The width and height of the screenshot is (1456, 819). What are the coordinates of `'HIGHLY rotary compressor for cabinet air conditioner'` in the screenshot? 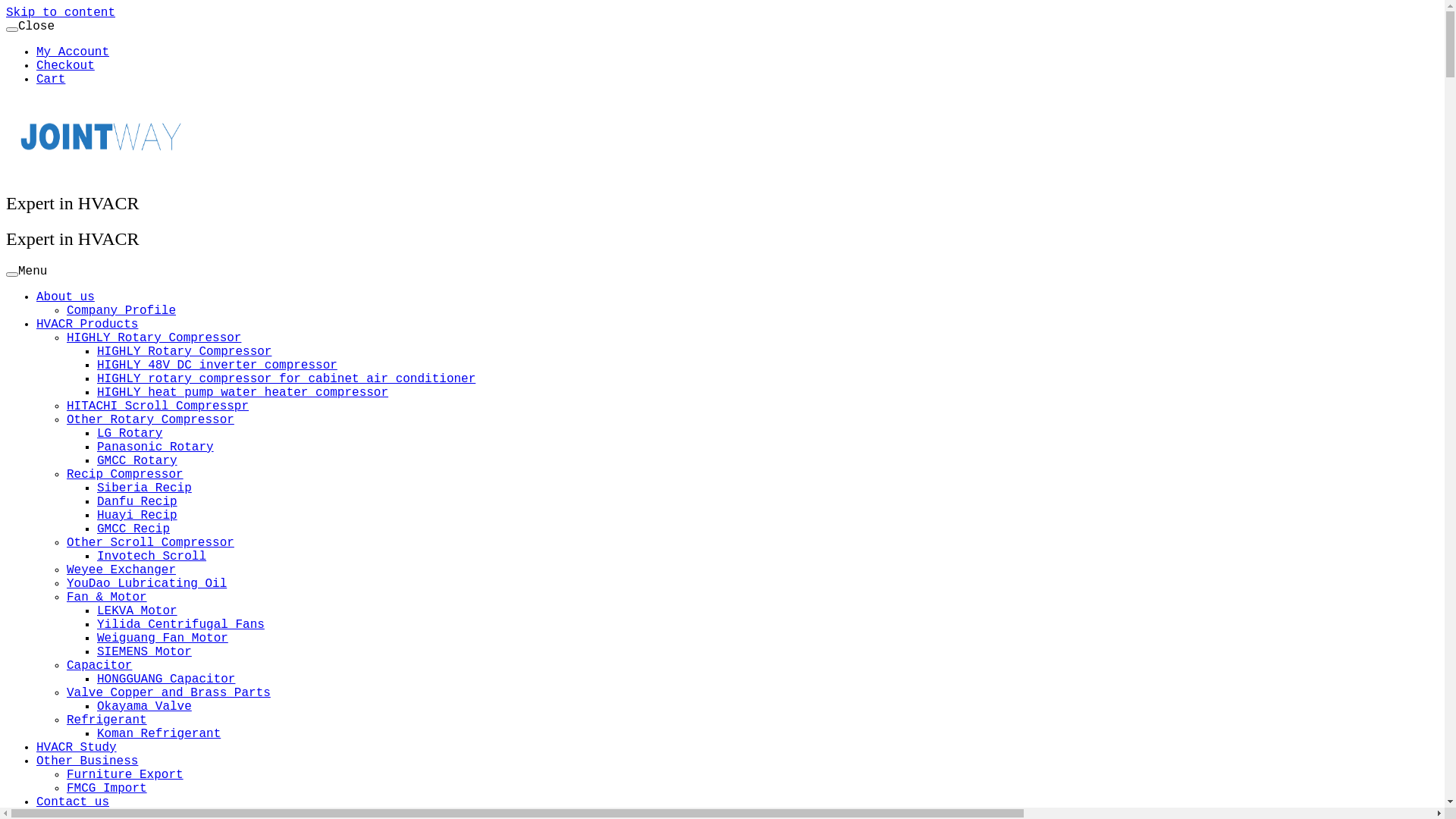 It's located at (286, 378).